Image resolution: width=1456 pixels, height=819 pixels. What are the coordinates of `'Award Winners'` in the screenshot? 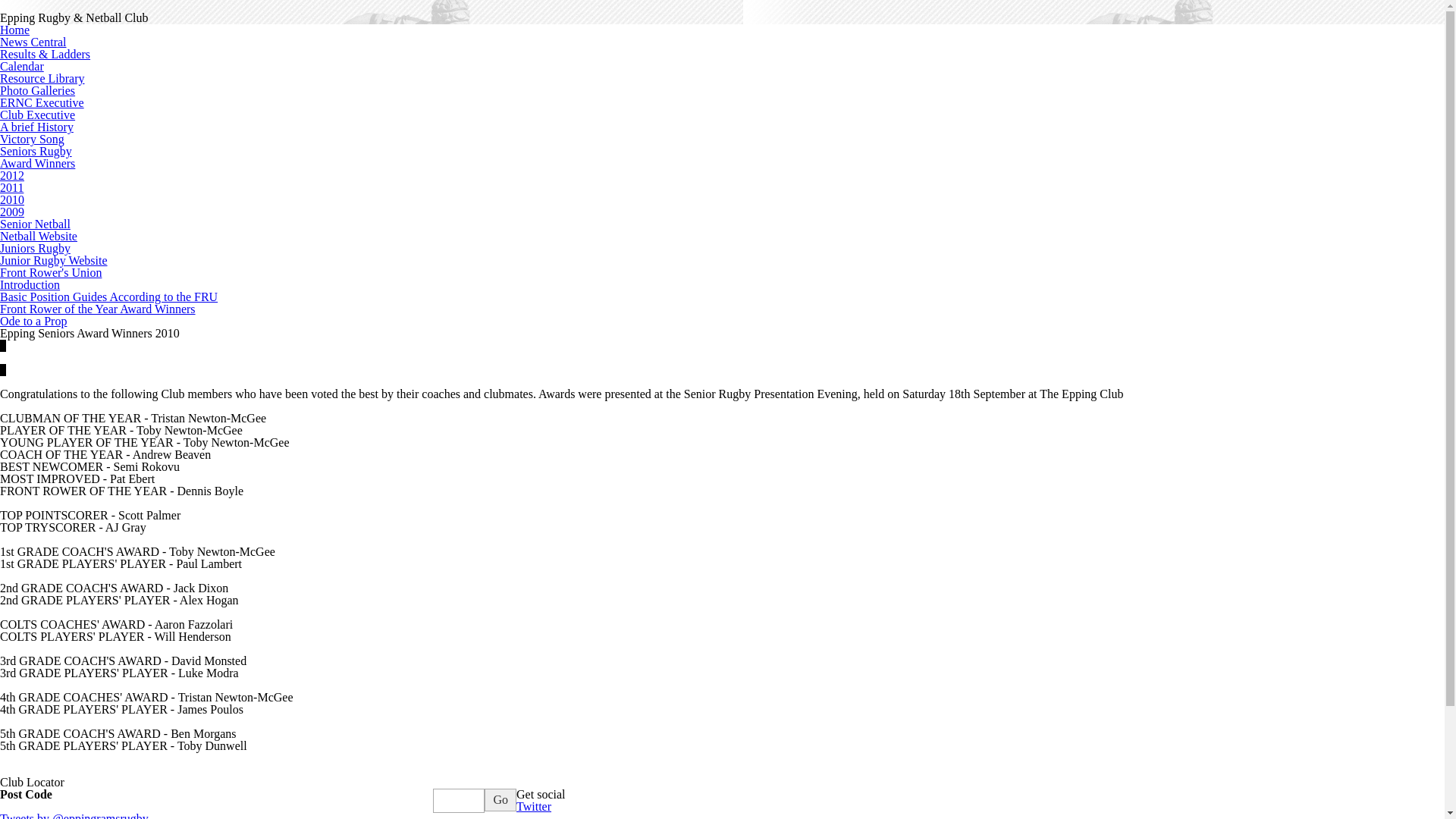 It's located at (0, 163).